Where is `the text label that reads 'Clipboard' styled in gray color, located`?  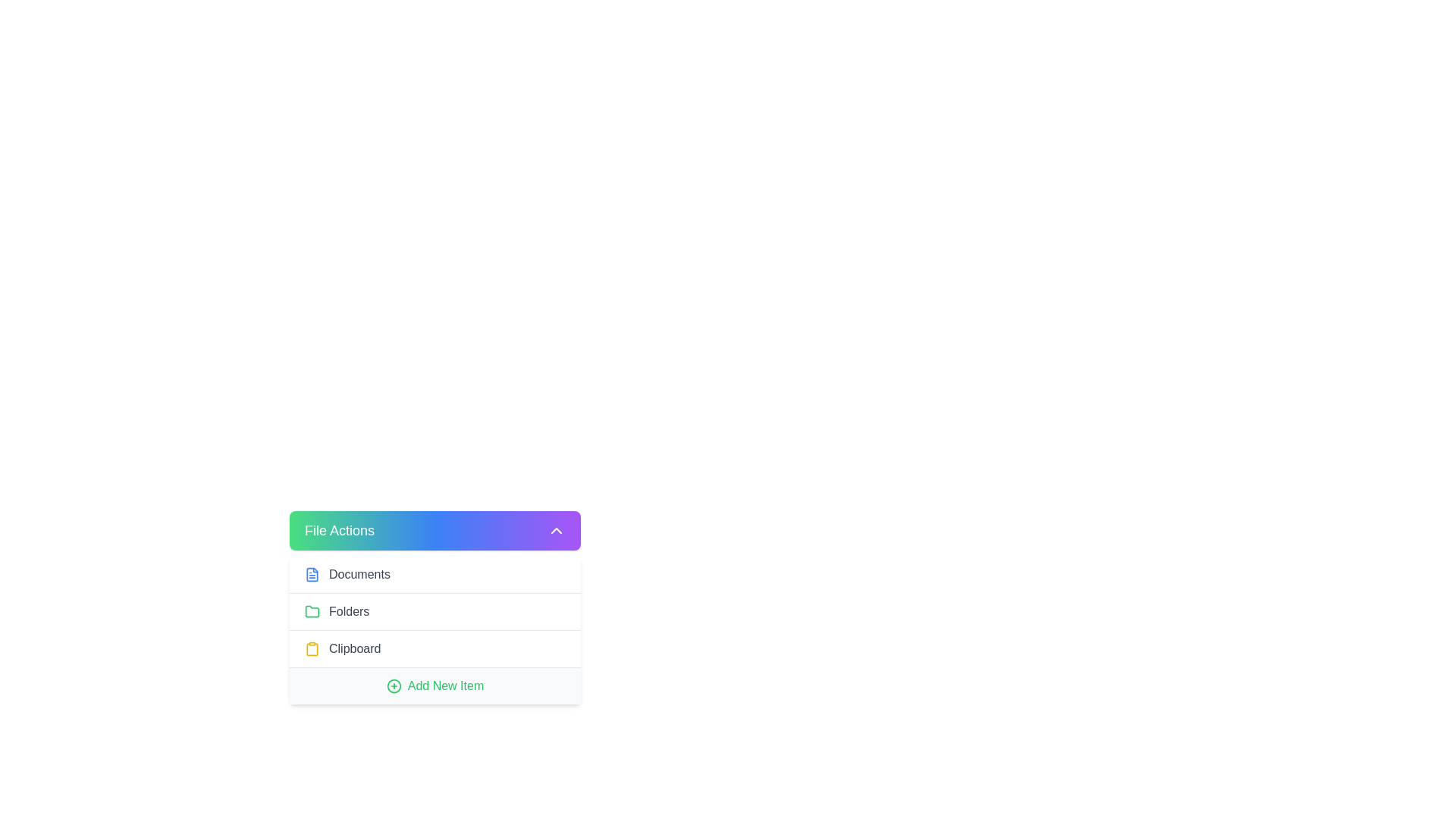 the text label that reads 'Clipboard' styled in gray color, located is located at coordinates (354, 648).